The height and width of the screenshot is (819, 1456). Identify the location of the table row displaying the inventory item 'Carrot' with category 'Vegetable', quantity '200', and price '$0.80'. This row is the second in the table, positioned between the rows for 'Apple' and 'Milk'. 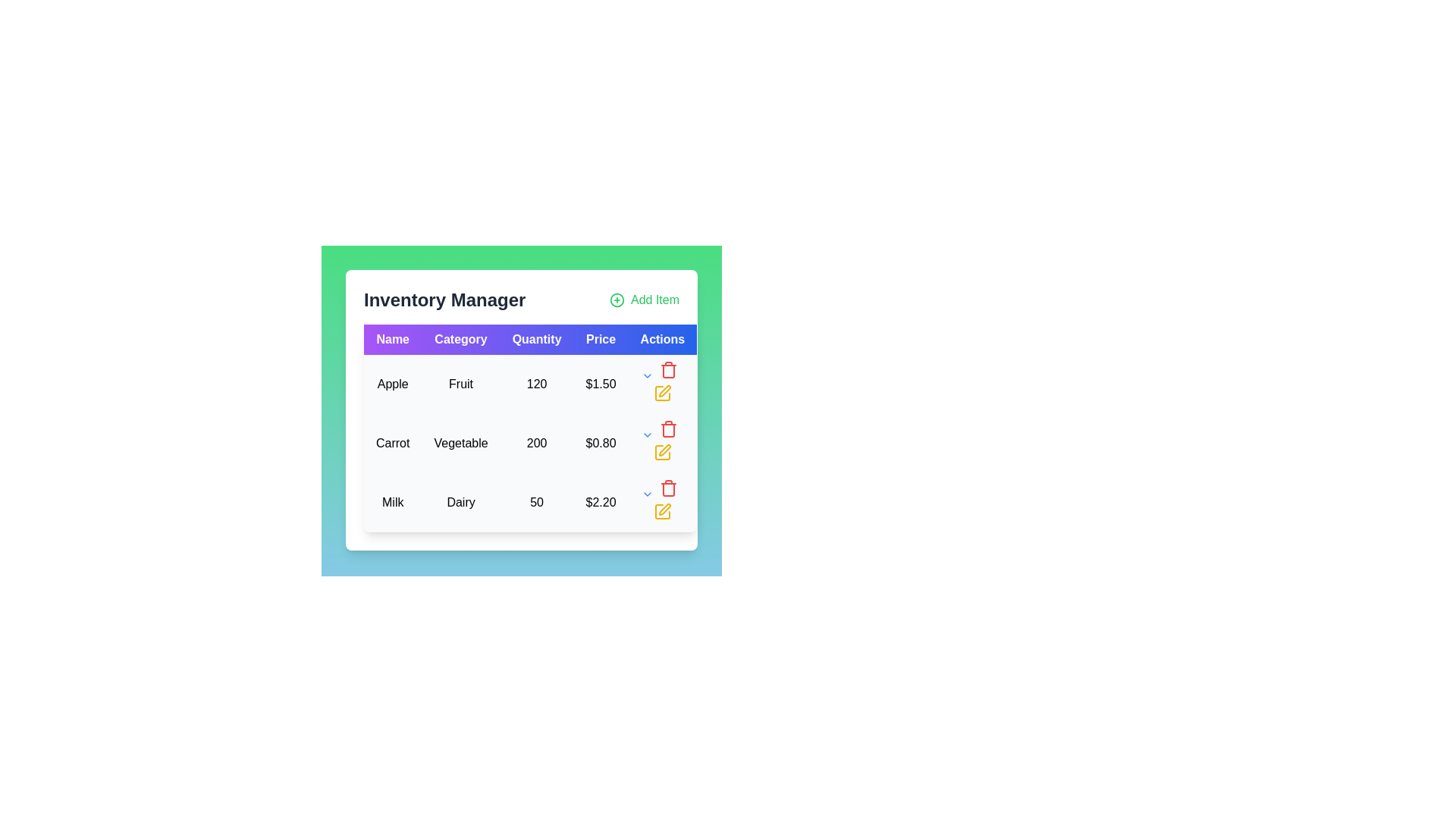
(530, 444).